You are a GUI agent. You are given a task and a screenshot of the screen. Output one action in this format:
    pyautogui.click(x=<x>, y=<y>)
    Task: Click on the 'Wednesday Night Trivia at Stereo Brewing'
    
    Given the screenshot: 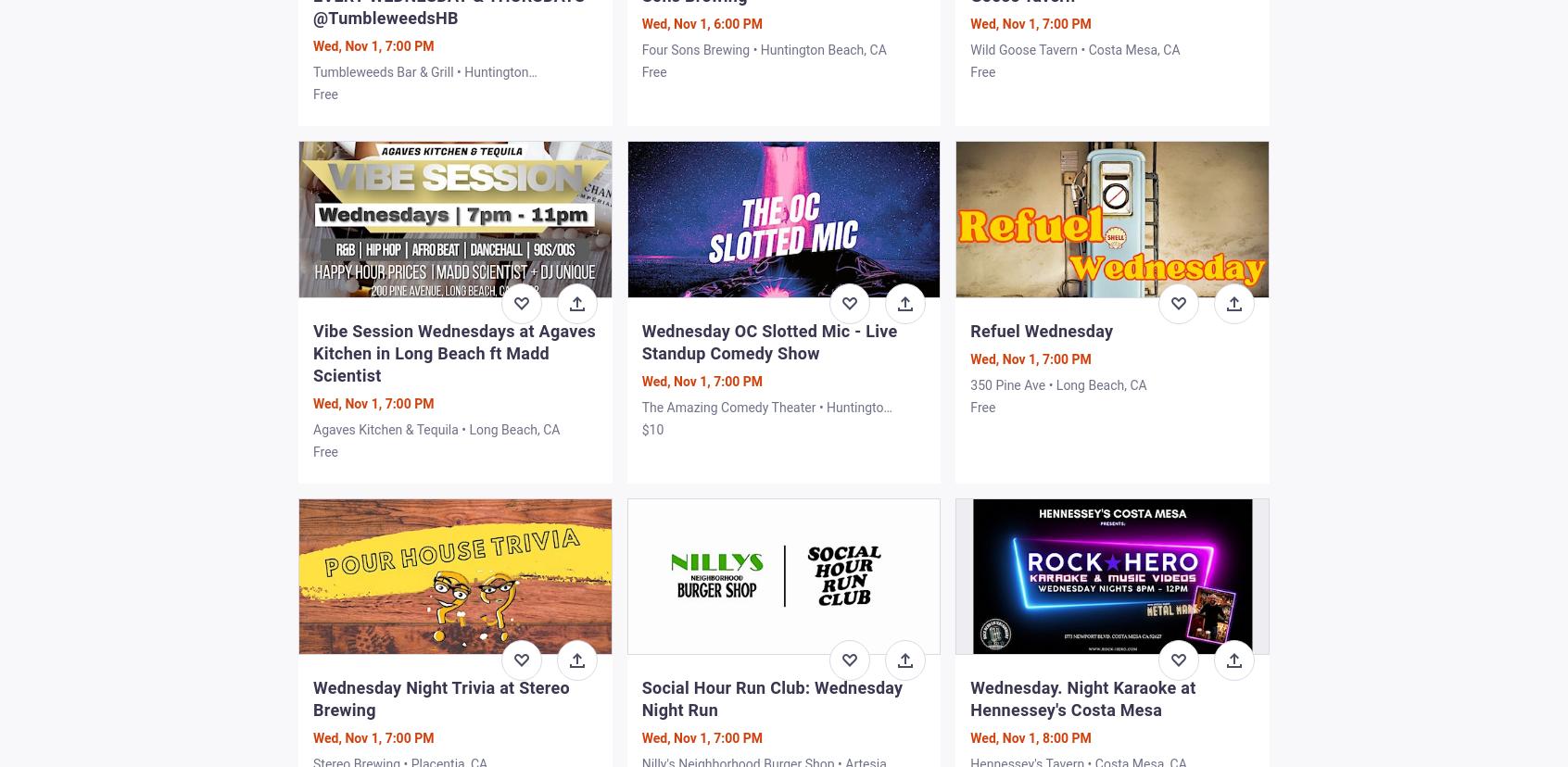 What is the action you would take?
    pyautogui.click(x=439, y=697)
    